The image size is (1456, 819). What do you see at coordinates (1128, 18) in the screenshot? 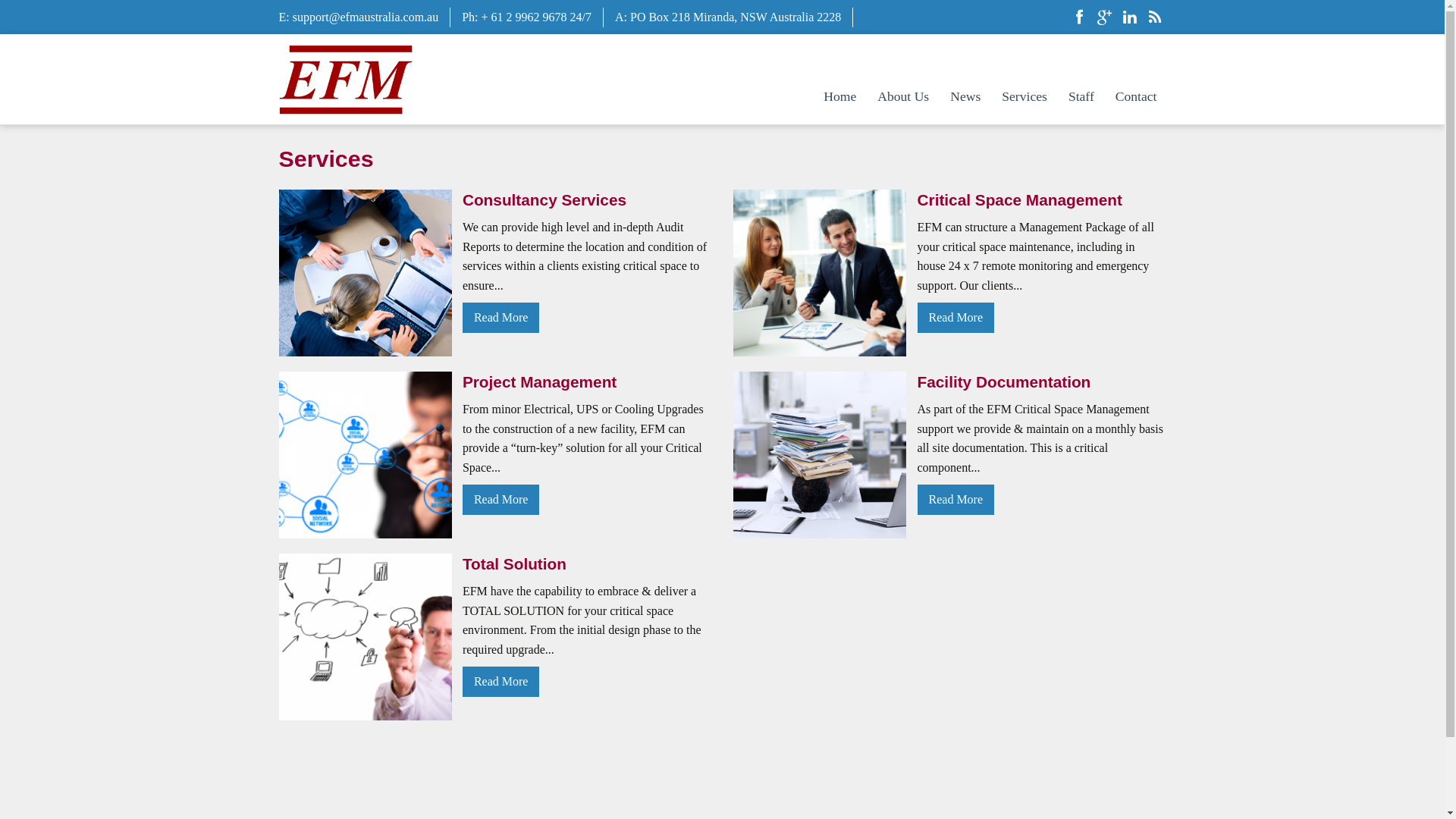
I see `'Join us on Linked-In'` at bounding box center [1128, 18].